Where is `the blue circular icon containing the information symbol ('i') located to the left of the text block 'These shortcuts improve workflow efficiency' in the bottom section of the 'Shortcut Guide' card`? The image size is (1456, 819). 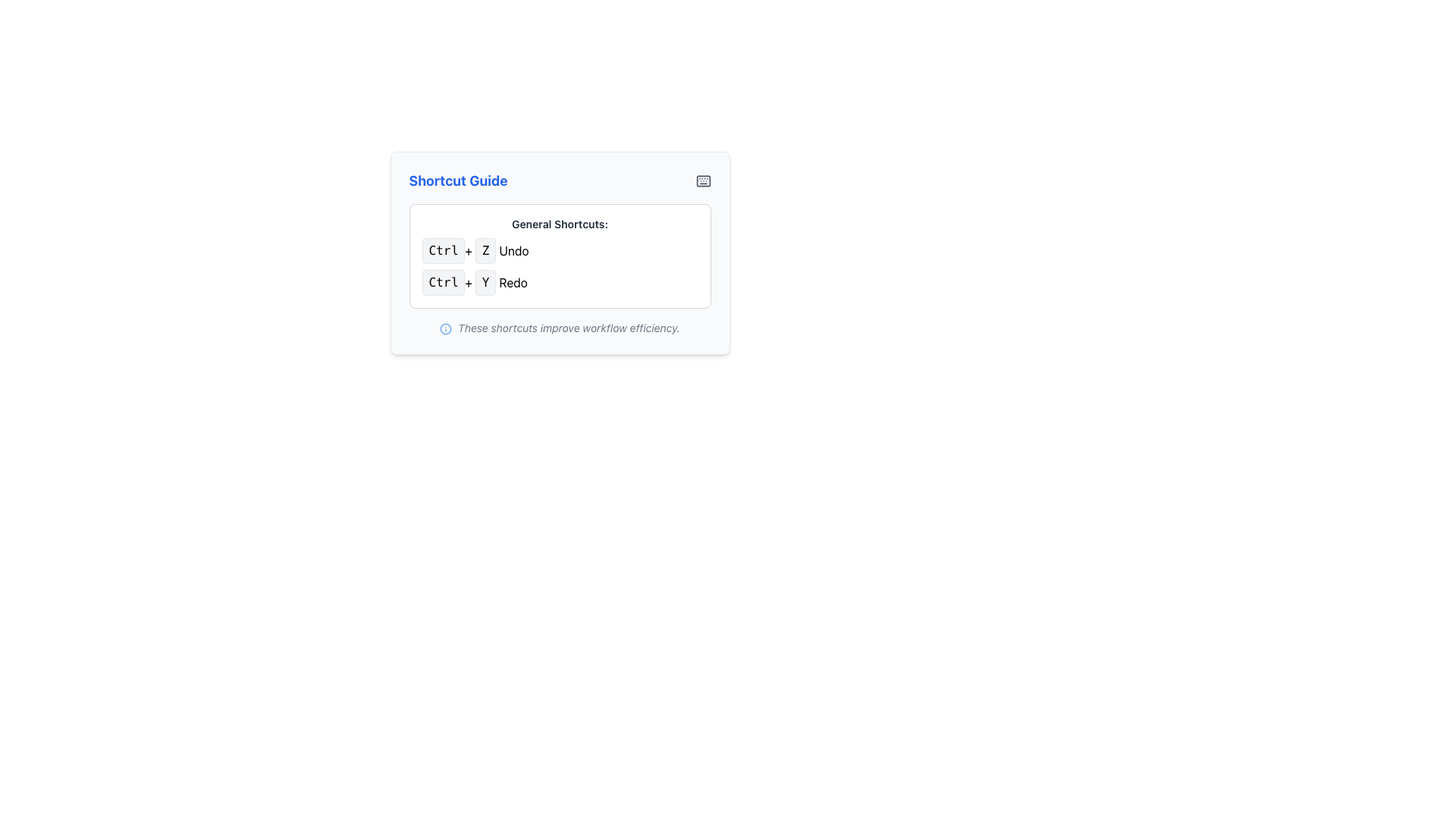 the blue circular icon containing the information symbol ('i') located to the left of the text block 'These shortcuts improve workflow efficiency' in the bottom section of the 'Shortcut Guide' card is located at coordinates (445, 328).